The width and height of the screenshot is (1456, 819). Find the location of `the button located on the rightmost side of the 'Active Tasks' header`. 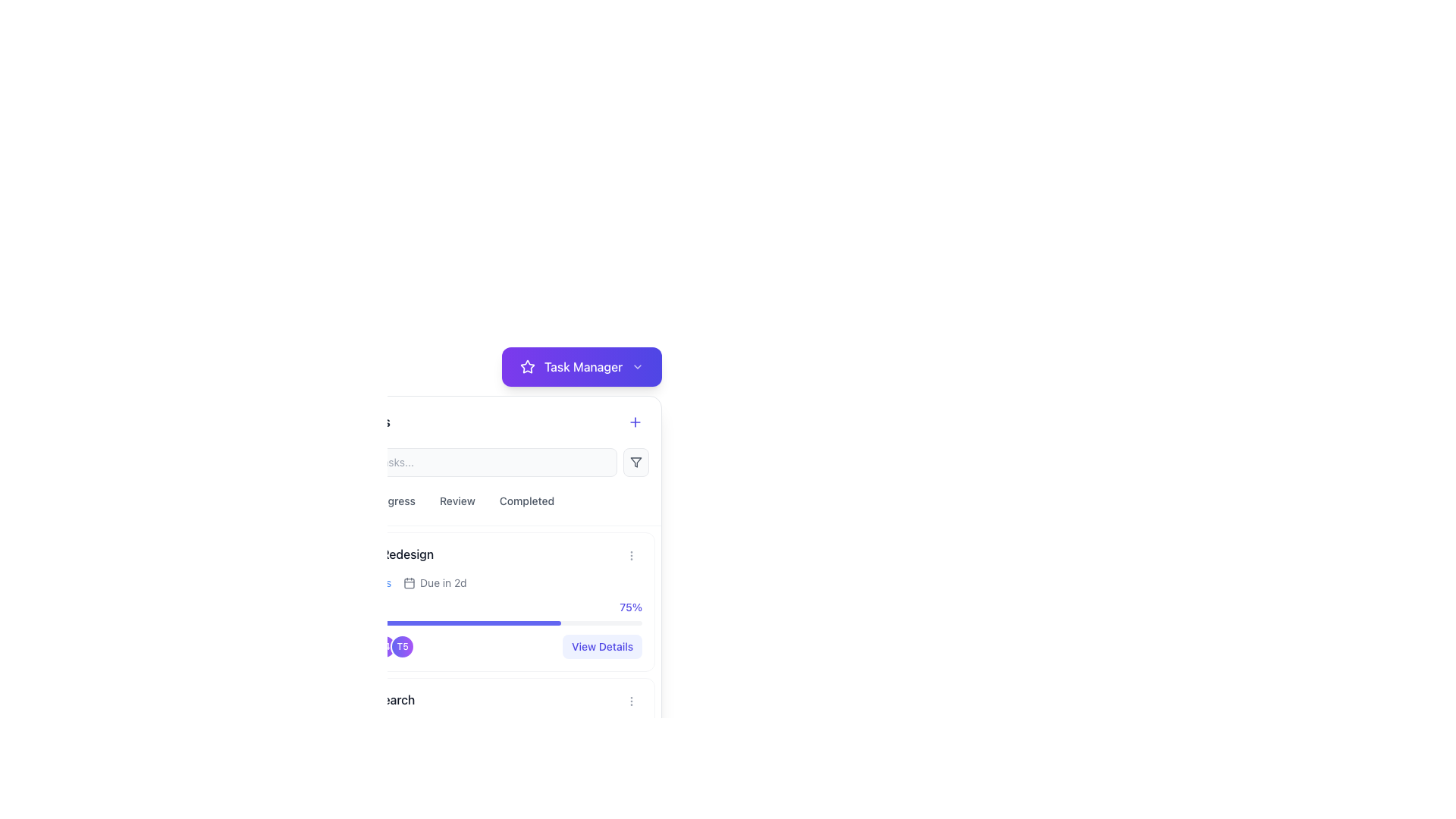

the button located on the rightmost side of the 'Active Tasks' header is located at coordinates (635, 422).